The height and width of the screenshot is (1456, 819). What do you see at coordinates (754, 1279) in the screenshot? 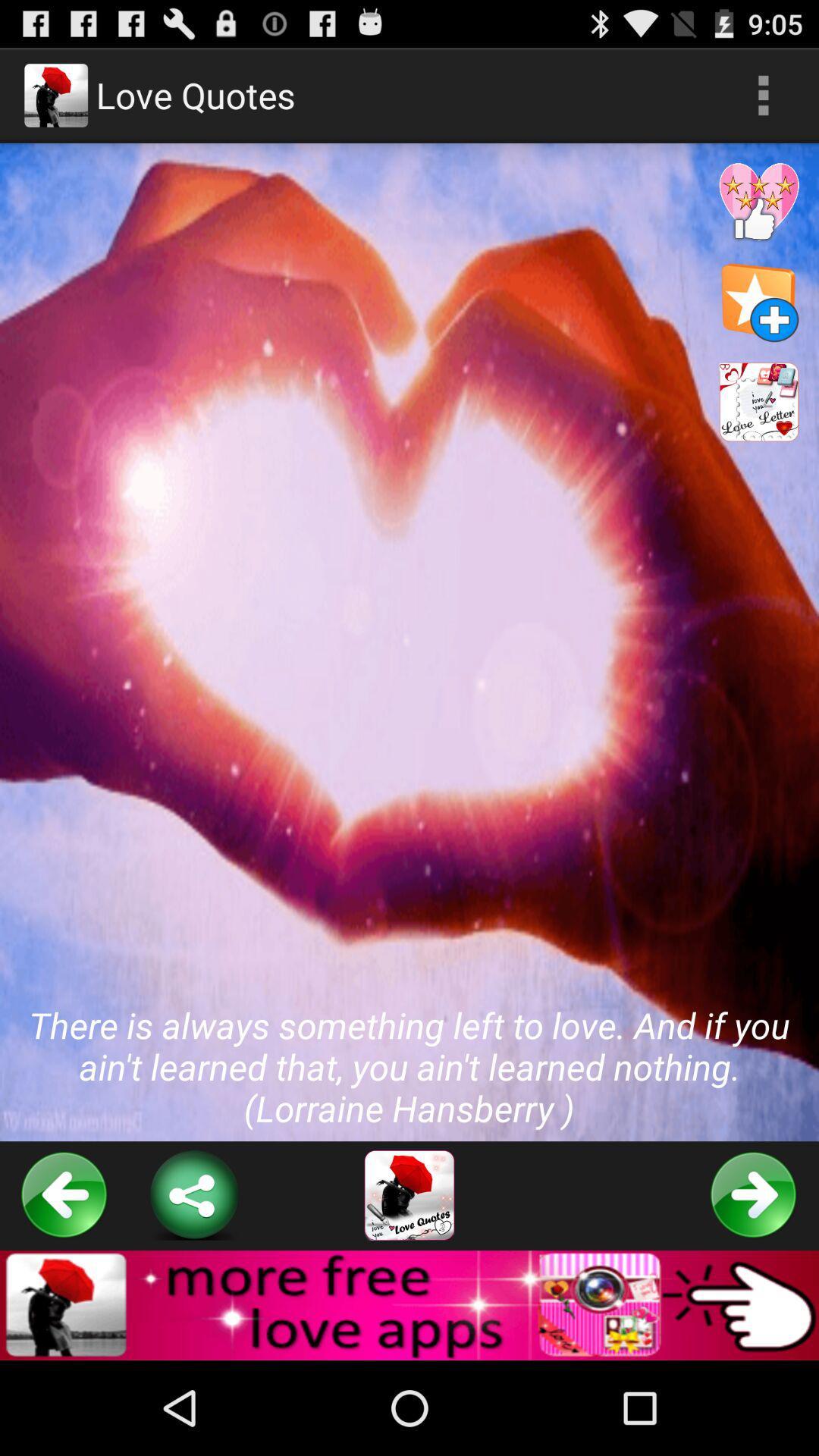
I see `the arrow_forward icon` at bounding box center [754, 1279].